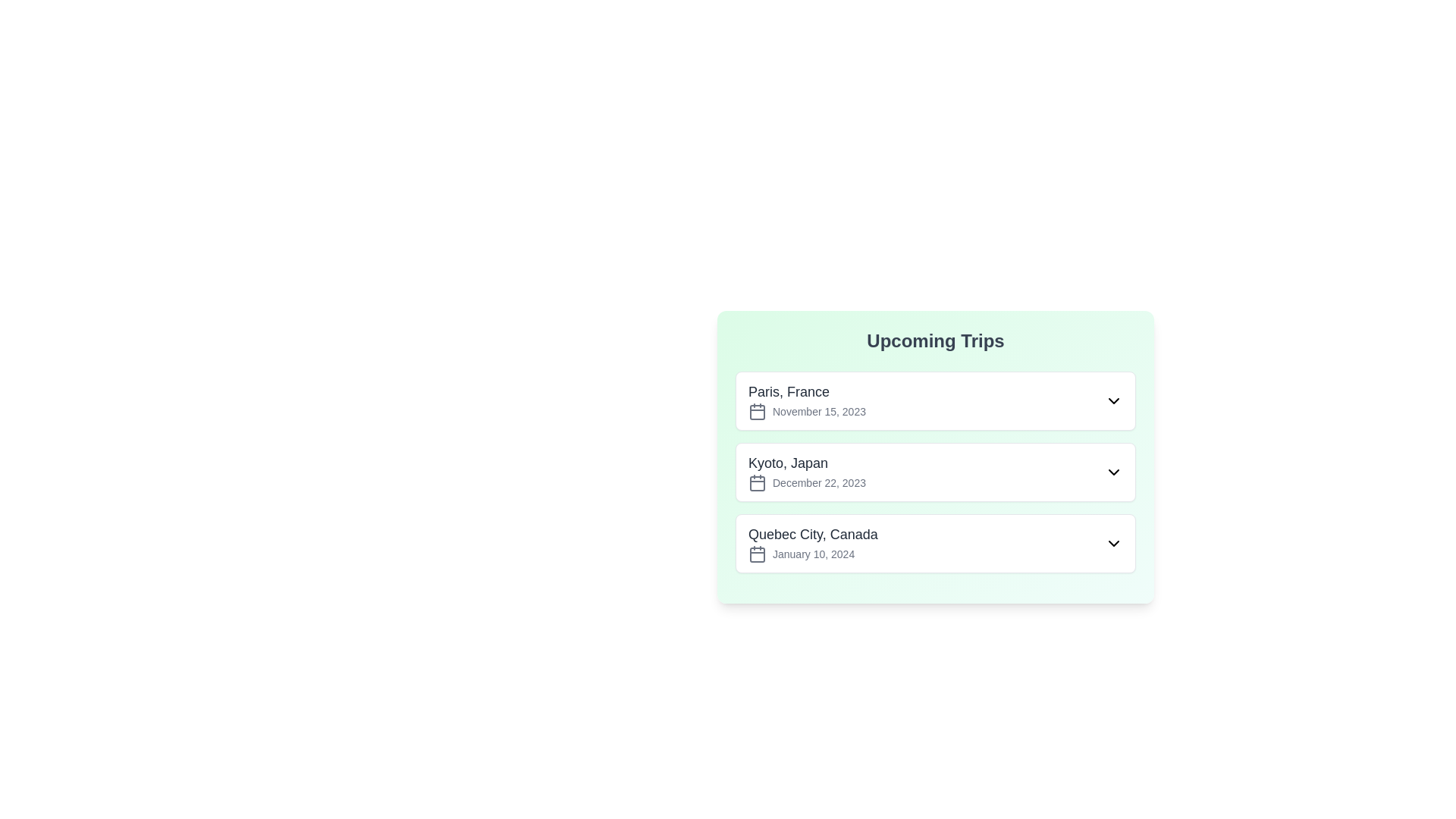 This screenshot has width=1456, height=819. Describe the element at coordinates (1113, 543) in the screenshot. I see `the chevron icon located at the rightmost position of the Quebec City entry in the 'Upcoming Trips' list` at that location.